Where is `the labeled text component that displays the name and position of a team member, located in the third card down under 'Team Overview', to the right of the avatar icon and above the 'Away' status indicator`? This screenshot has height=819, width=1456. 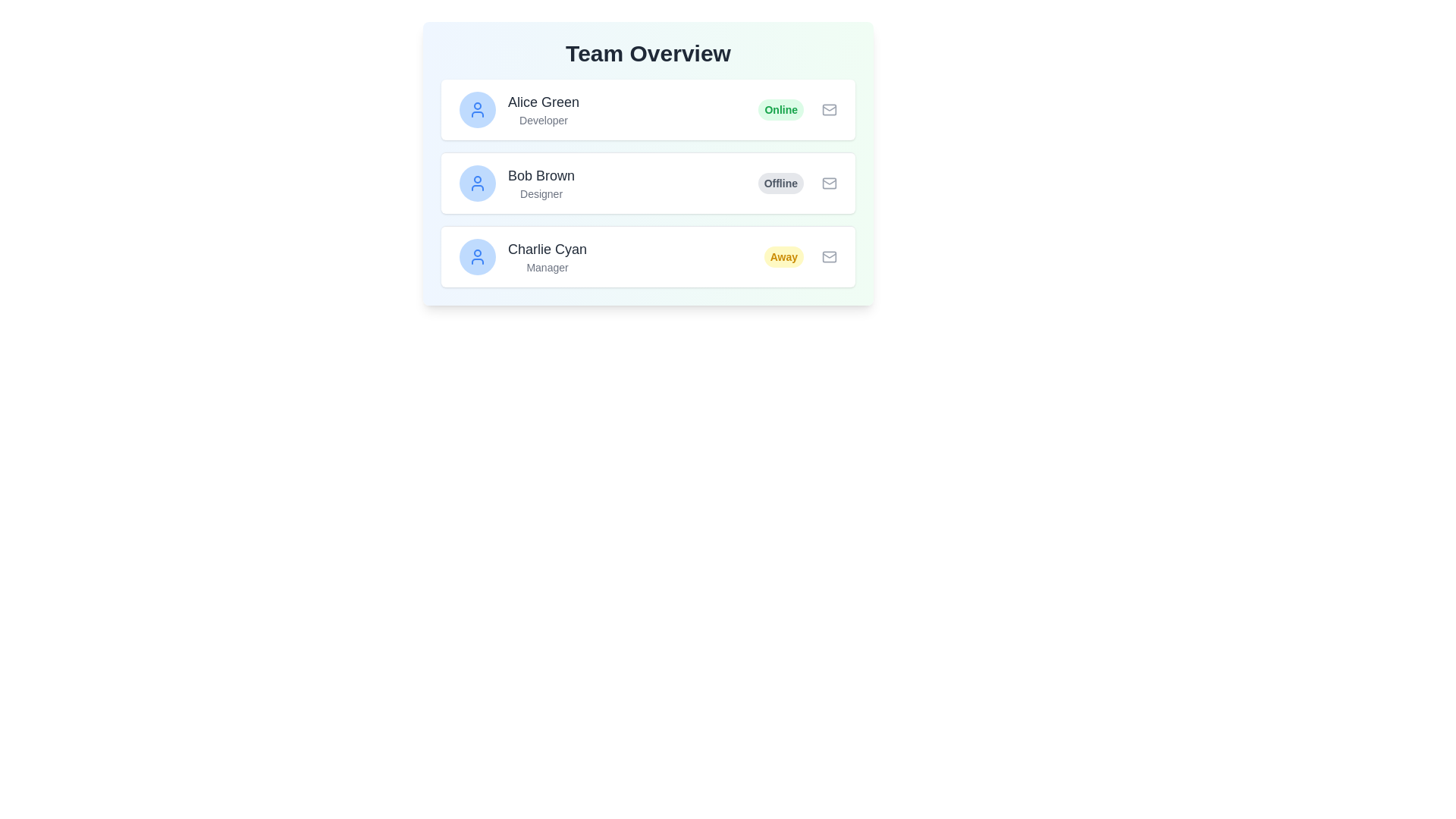
the labeled text component that displays the name and position of a team member, located in the third card down under 'Team Overview', to the right of the avatar icon and above the 'Away' status indicator is located at coordinates (547, 256).